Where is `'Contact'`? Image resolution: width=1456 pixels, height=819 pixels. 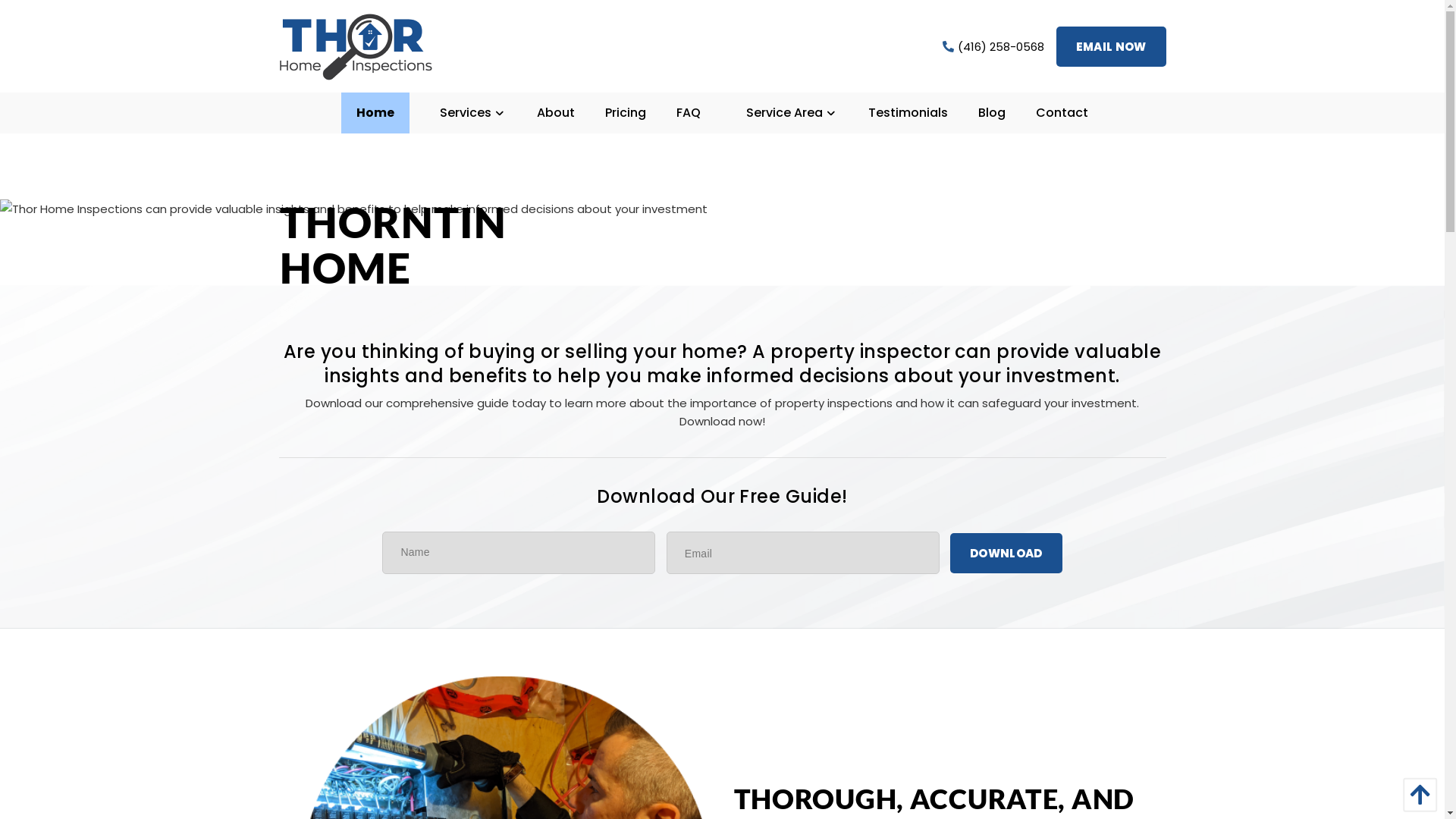 'Contact' is located at coordinates (1061, 112).